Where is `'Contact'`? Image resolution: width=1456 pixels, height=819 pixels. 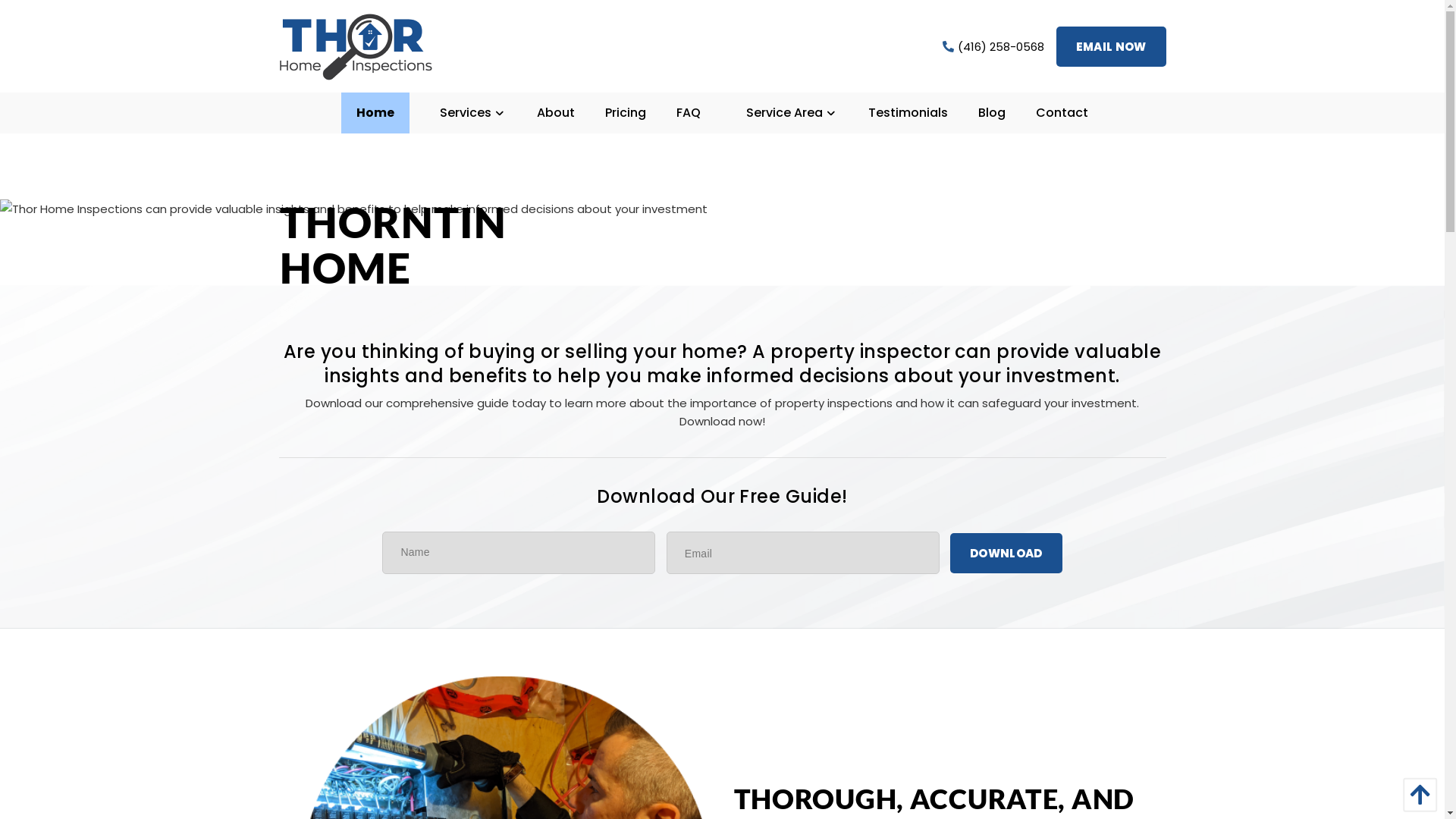 'Contact' is located at coordinates (1061, 112).